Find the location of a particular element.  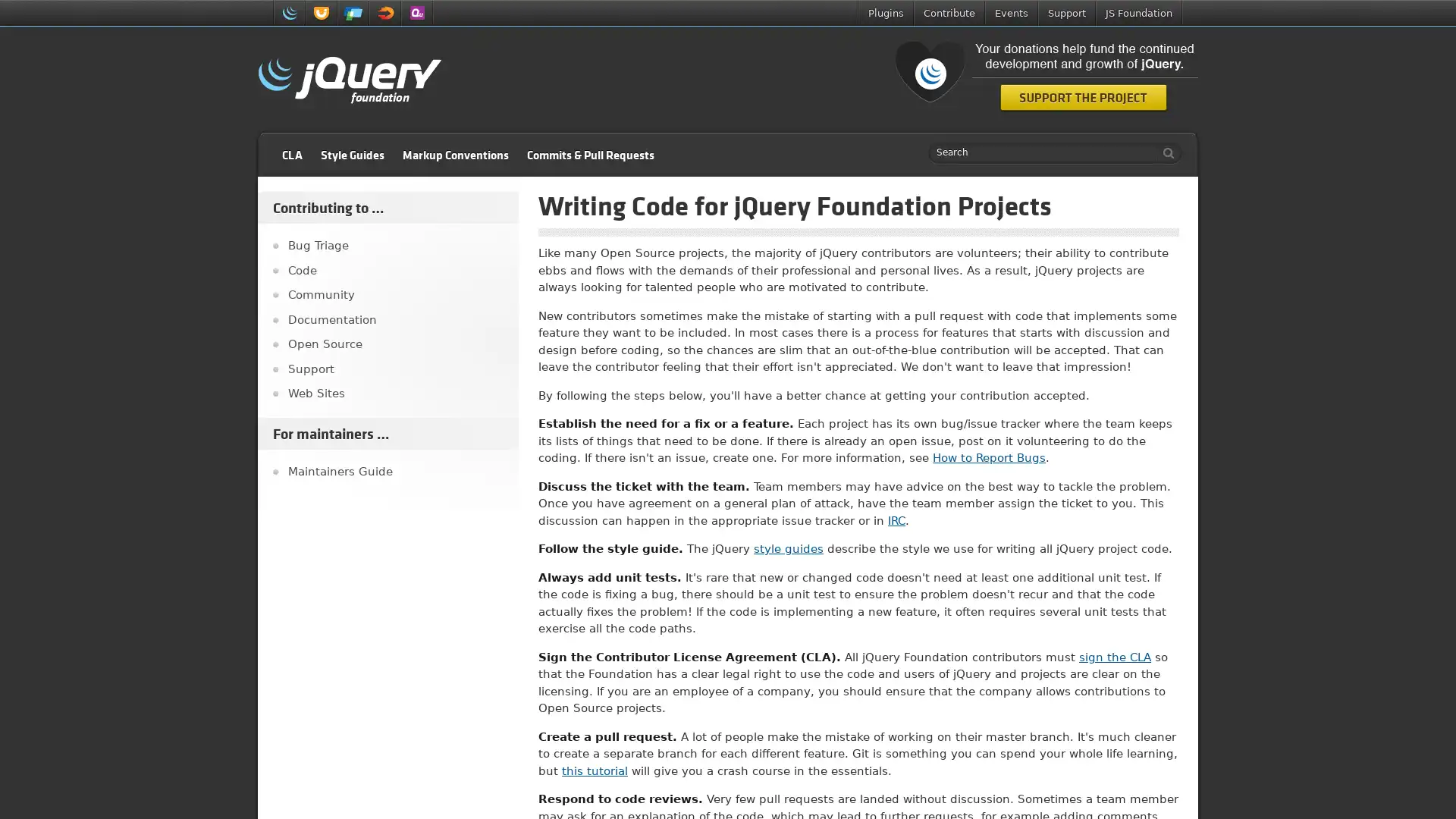

search is located at coordinates (1164, 152).